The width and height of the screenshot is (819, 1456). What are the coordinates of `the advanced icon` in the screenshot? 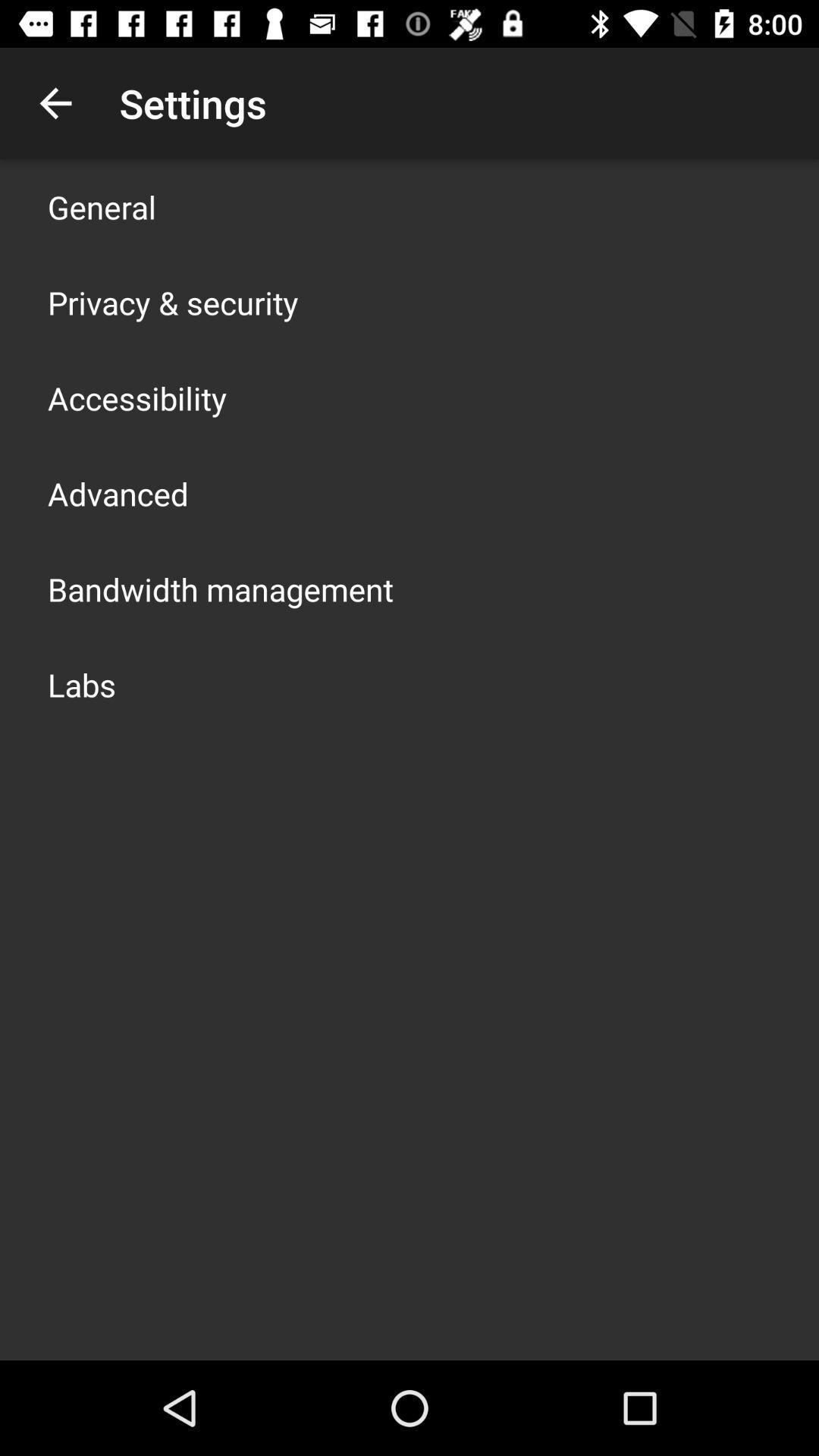 It's located at (117, 494).